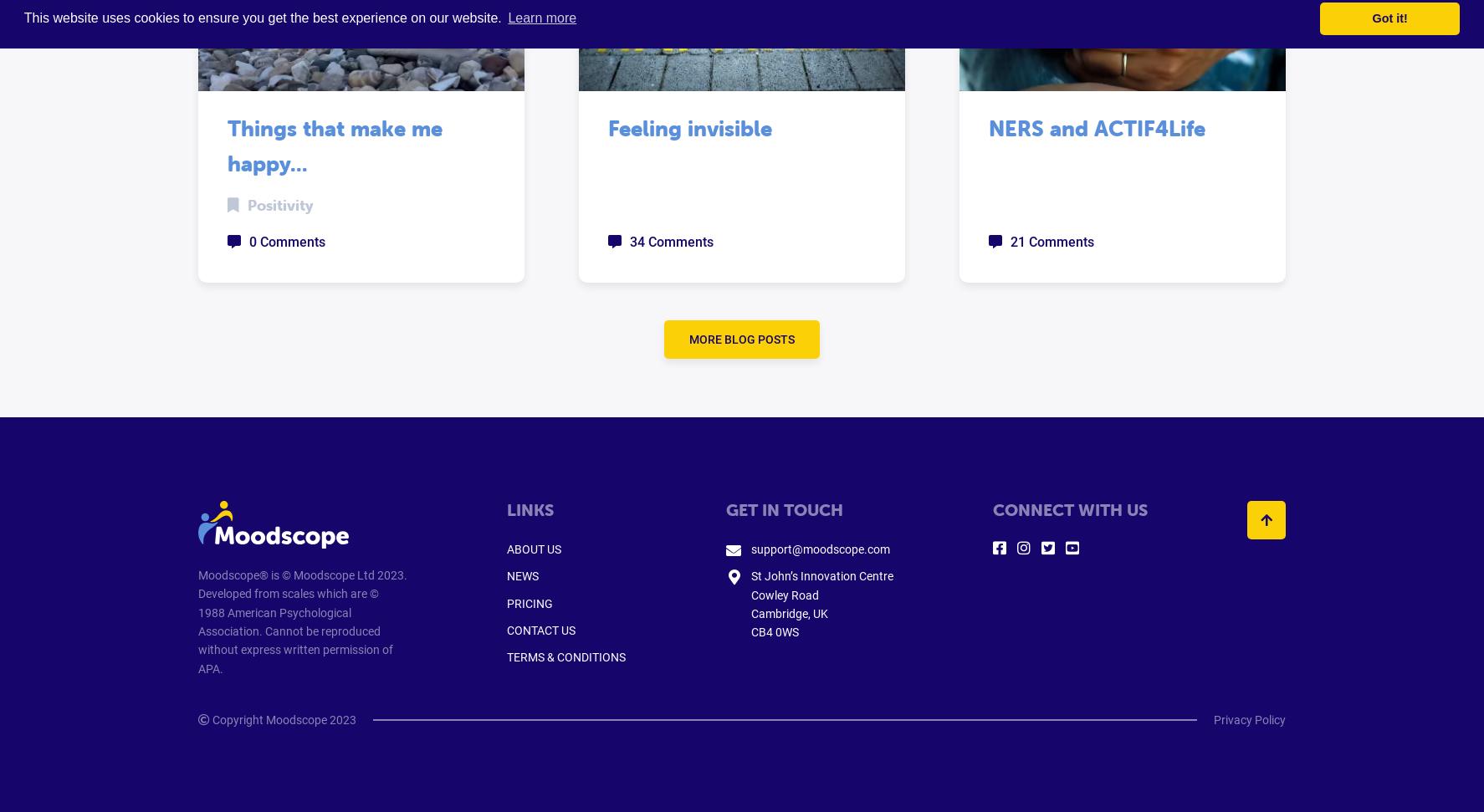 The height and width of the screenshot is (812, 1484). I want to click on 'Learn more', so click(507, 18).